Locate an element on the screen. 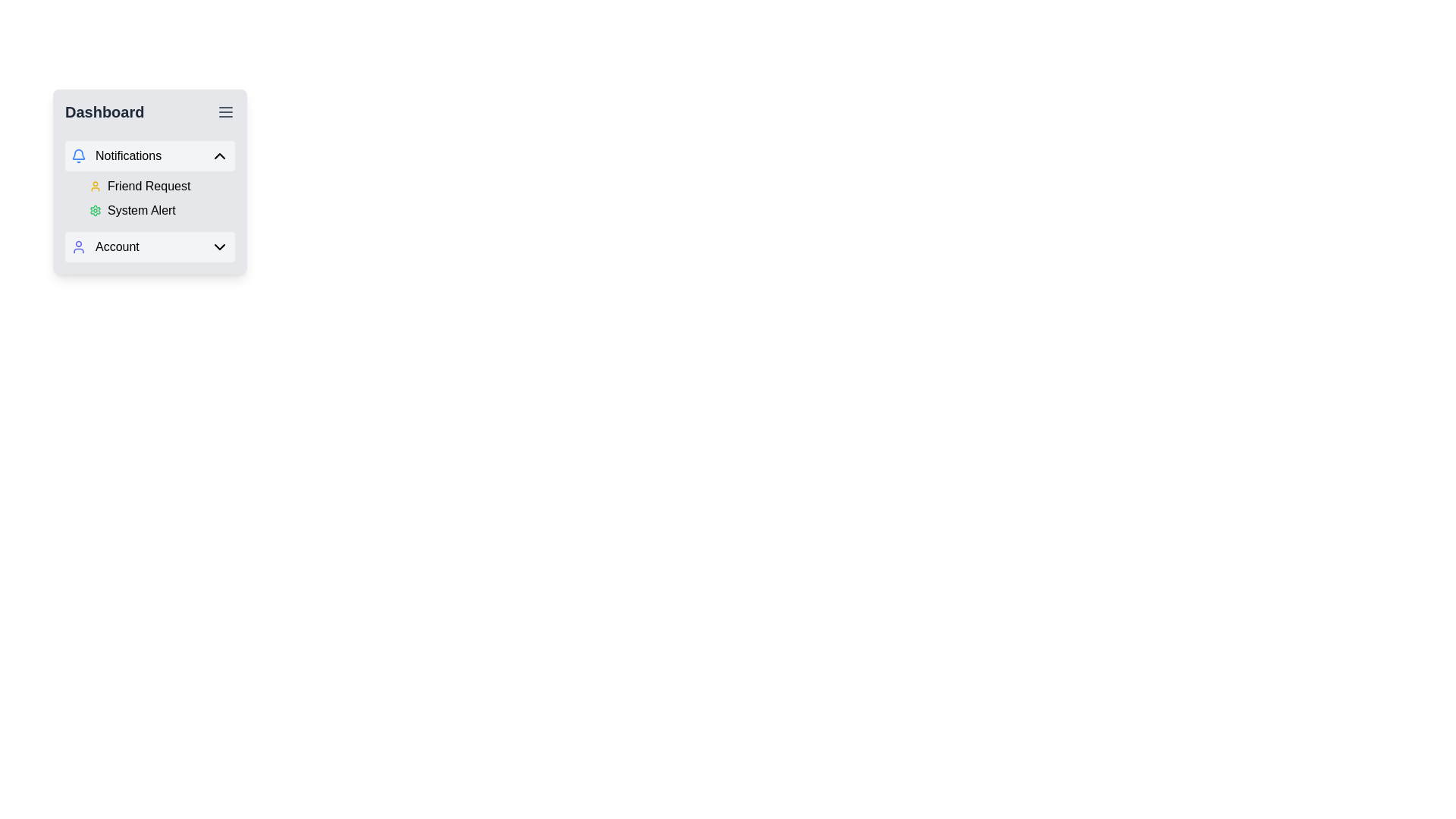 The width and height of the screenshot is (1456, 819). the Label with Icon located in the sidebar menu under the 'Notifications' section is located at coordinates (162, 210).